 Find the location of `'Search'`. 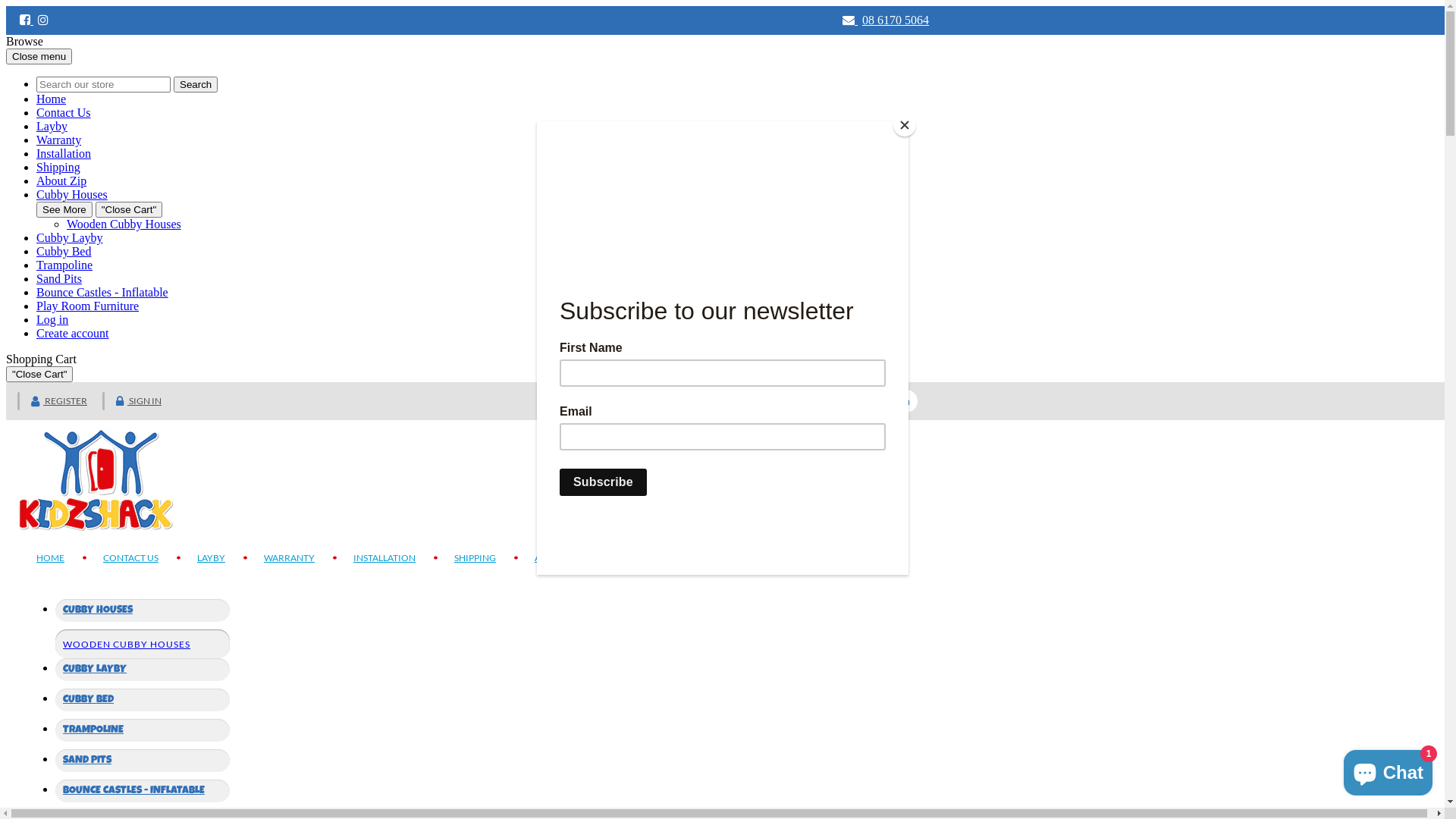

'Search' is located at coordinates (195, 84).